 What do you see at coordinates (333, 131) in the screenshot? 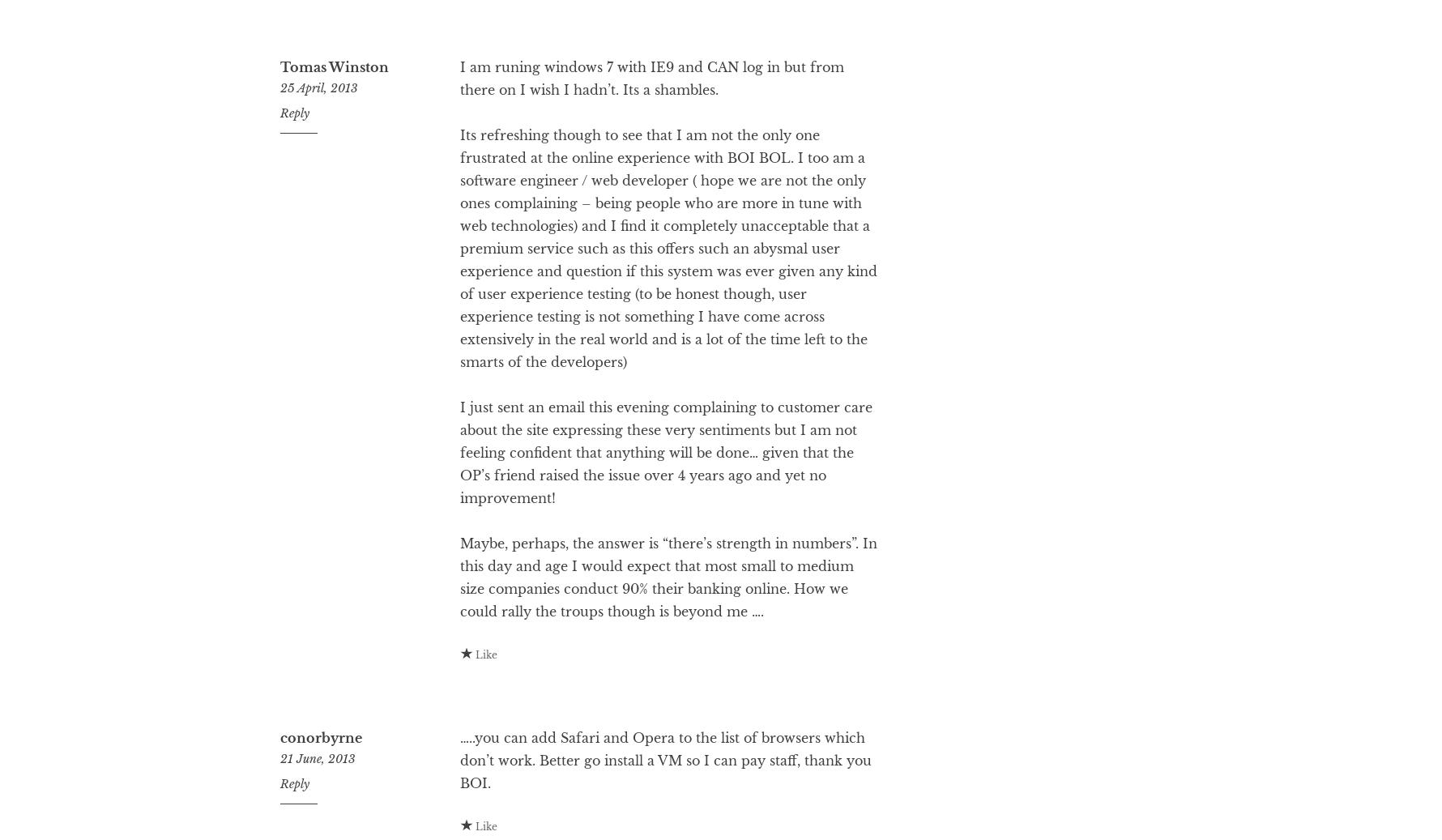
I see `'Tomas Winston'` at bounding box center [333, 131].